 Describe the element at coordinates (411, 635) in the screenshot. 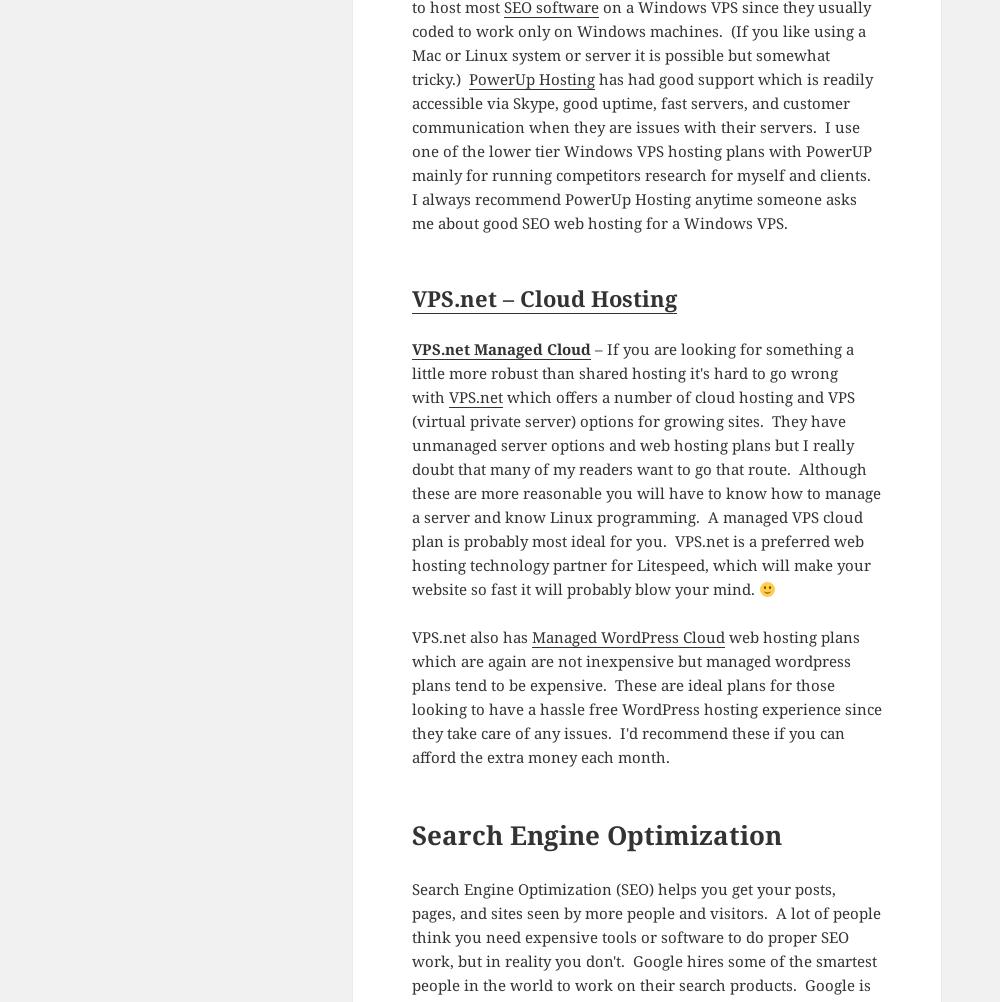

I see `'VPS.net also has'` at that location.